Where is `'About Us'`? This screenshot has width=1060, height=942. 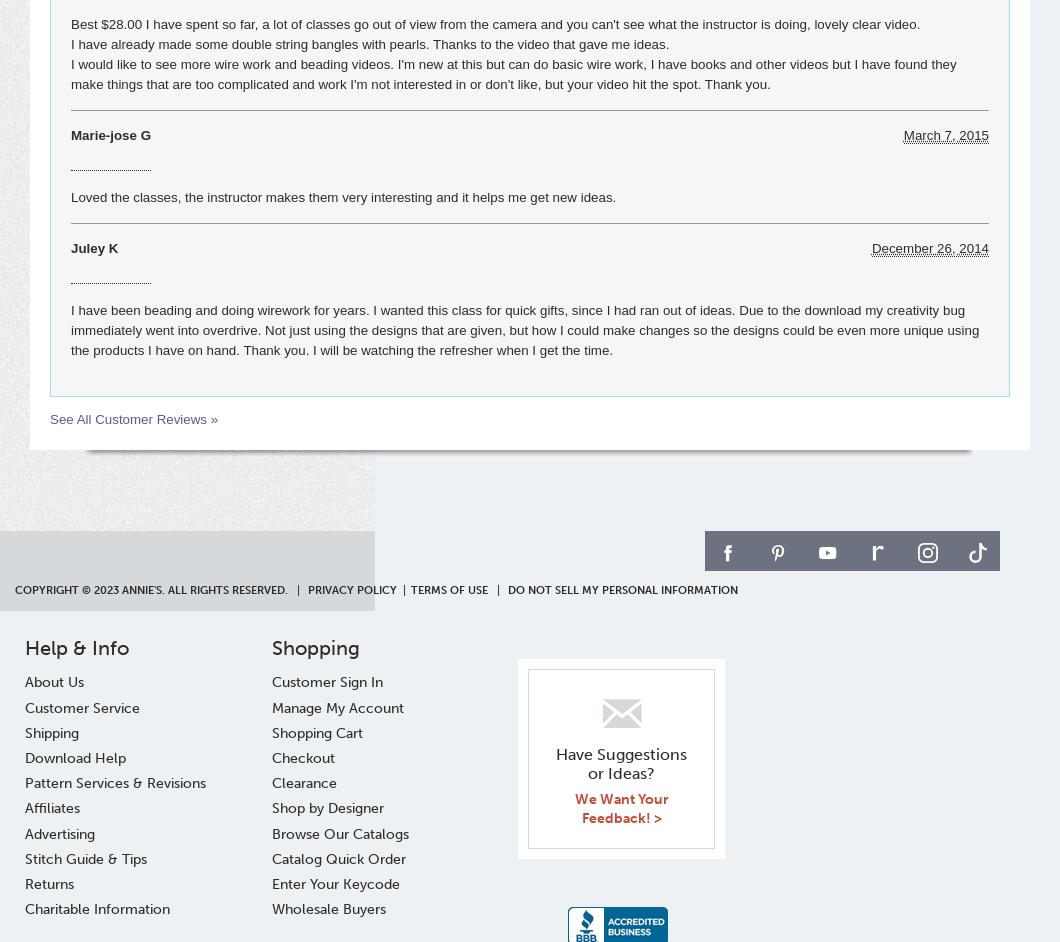
'About Us' is located at coordinates (54, 682).